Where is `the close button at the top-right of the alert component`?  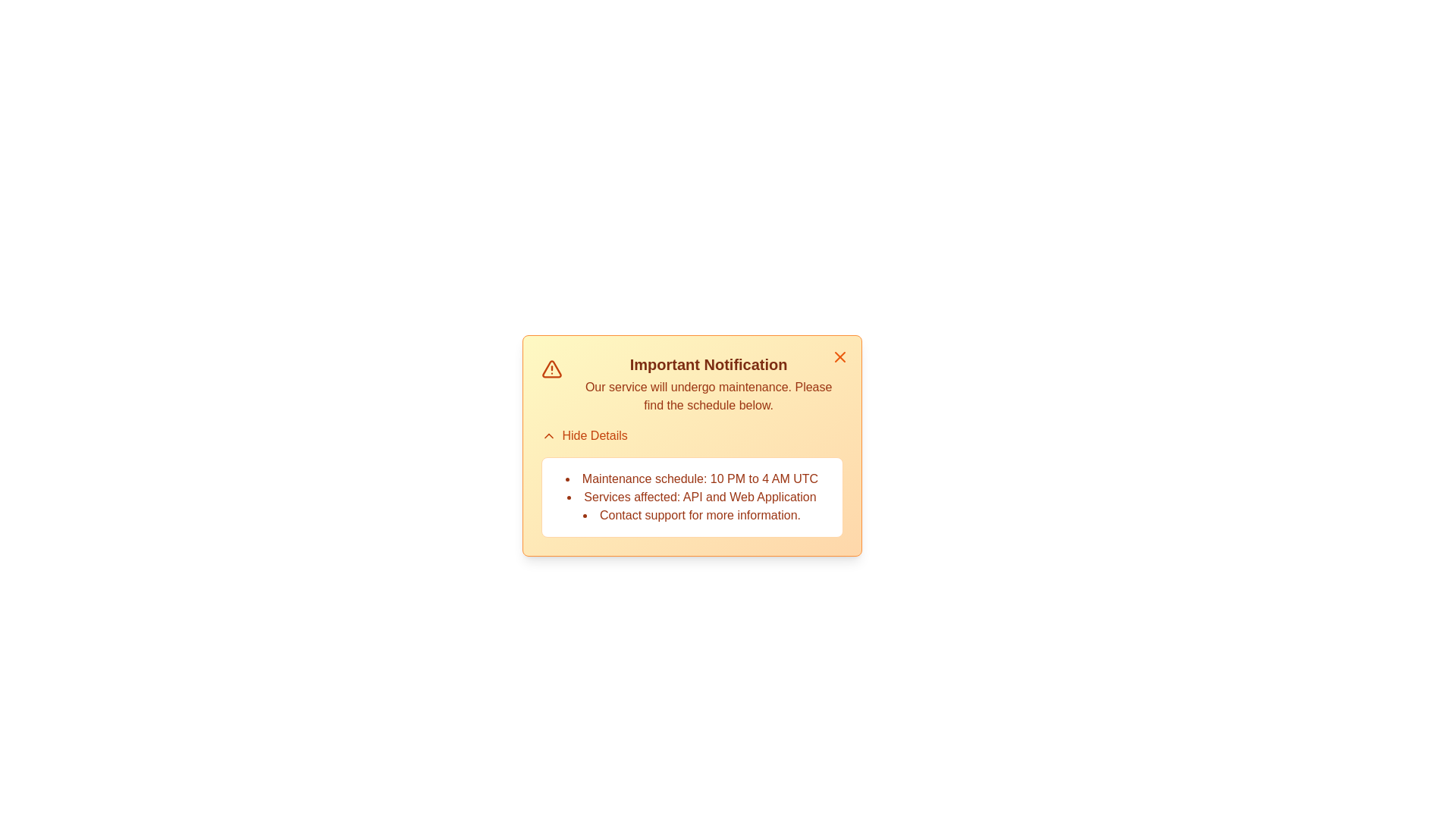
the close button at the top-right of the alert component is located at coordinates (839, 356).